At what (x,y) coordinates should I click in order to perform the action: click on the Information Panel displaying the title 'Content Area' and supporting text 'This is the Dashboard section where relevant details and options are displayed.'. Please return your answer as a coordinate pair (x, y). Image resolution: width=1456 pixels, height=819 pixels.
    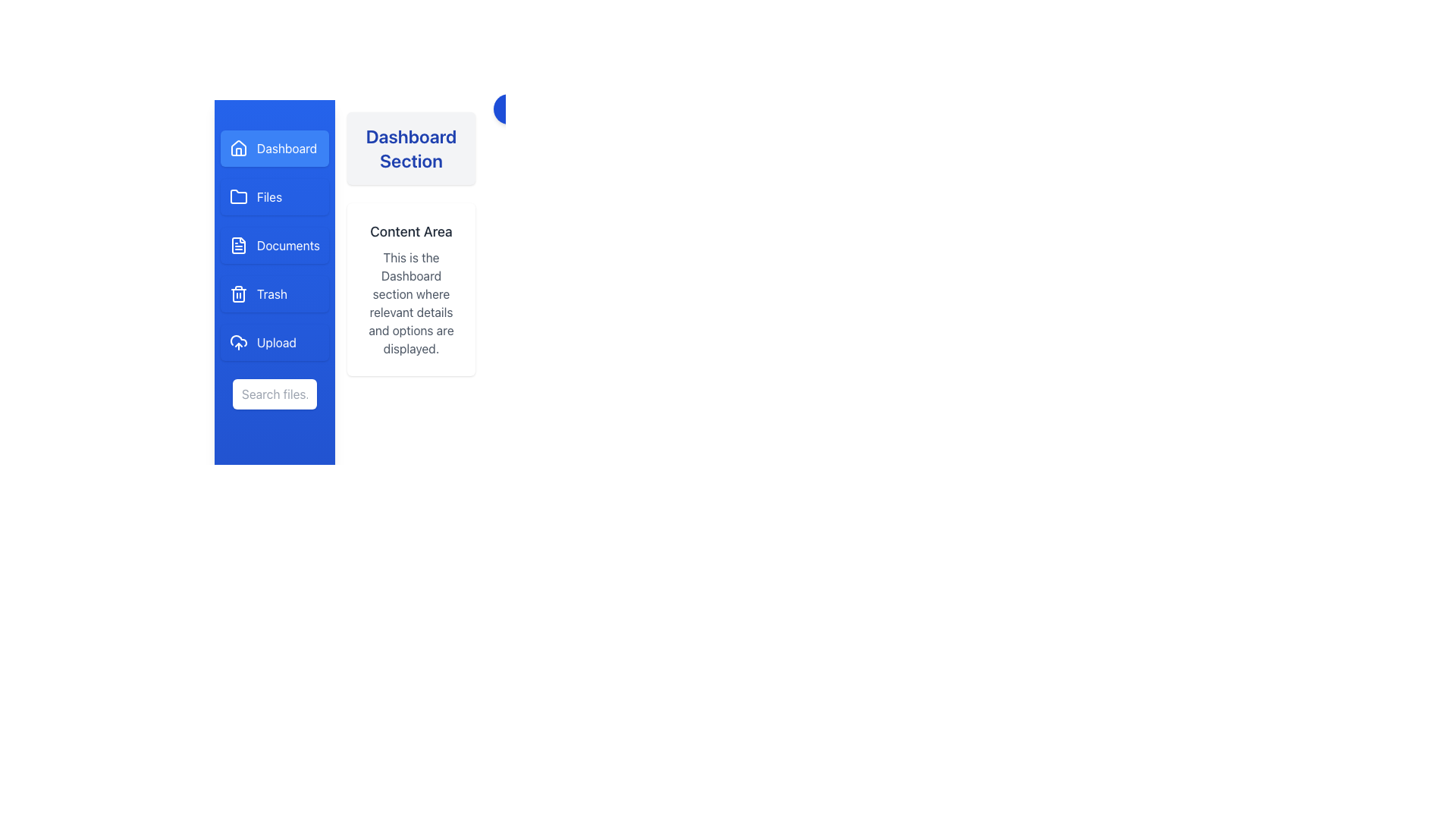
    Looking at the image, I should click on (411, 289).